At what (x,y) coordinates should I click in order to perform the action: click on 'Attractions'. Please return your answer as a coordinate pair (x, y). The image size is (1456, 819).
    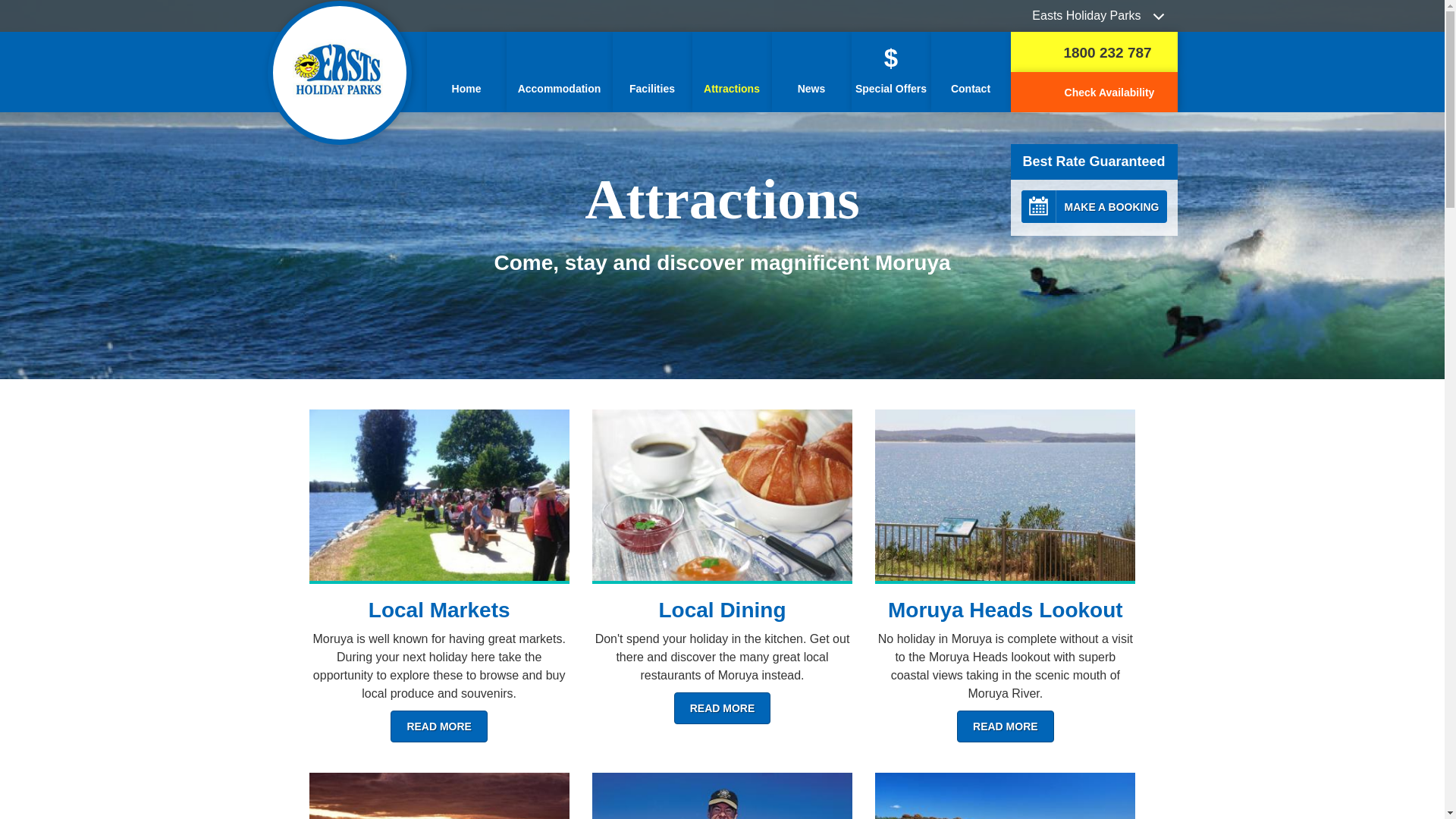
    Looking at the image, I should click on (731, 72).